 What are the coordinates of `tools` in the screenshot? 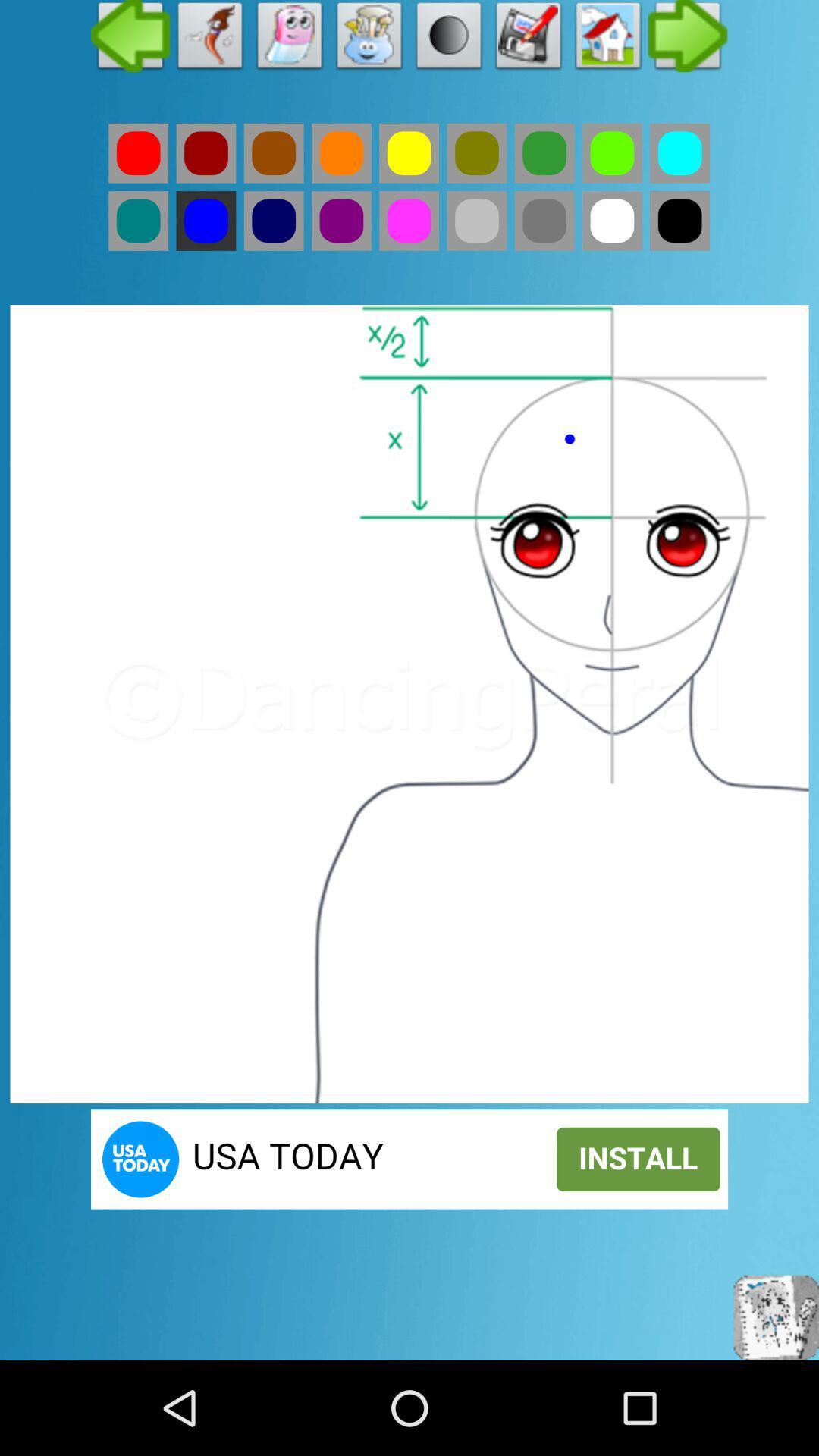 It's located at (369, 39).